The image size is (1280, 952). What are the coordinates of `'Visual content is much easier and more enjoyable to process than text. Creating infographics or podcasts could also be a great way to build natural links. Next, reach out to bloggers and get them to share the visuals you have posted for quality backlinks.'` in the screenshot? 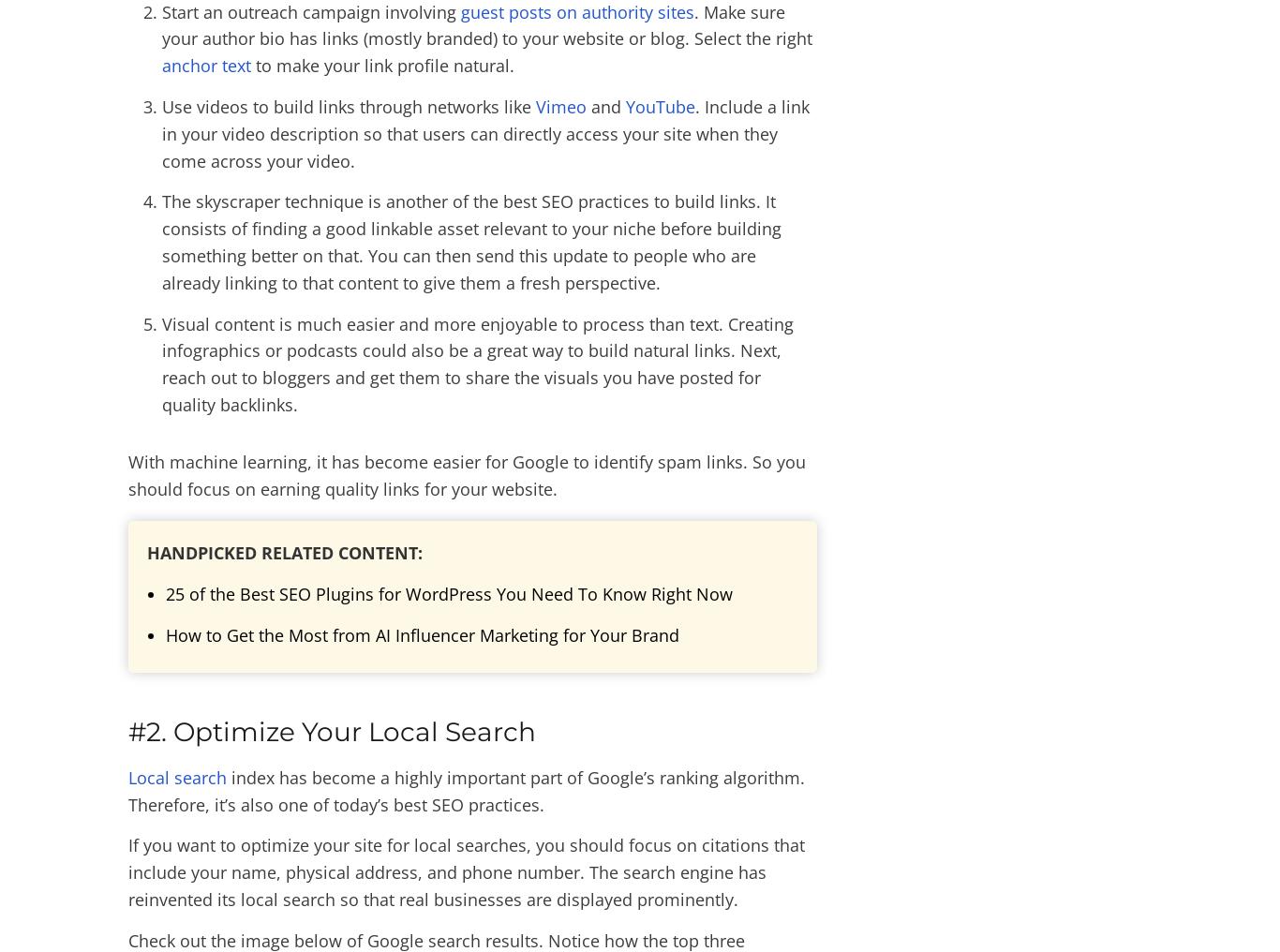 It's located at (478, 363).